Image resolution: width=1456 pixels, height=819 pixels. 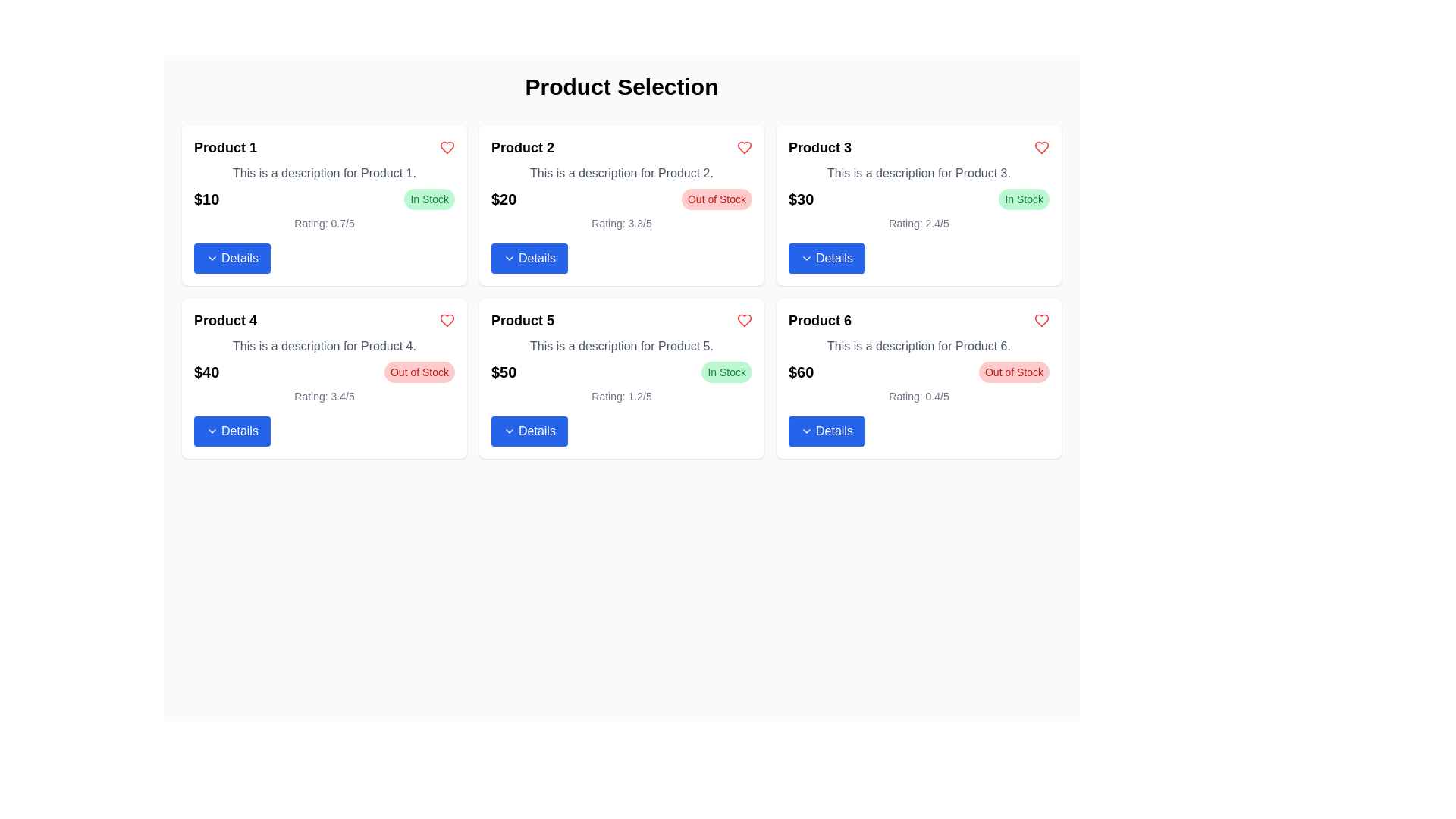 I want to click on the 'Product 6' card element, which features a title, description, price, an 'Out of Stock' badge, a rating, and a 'Details' button at the bottom, so click(x=918, y=377).